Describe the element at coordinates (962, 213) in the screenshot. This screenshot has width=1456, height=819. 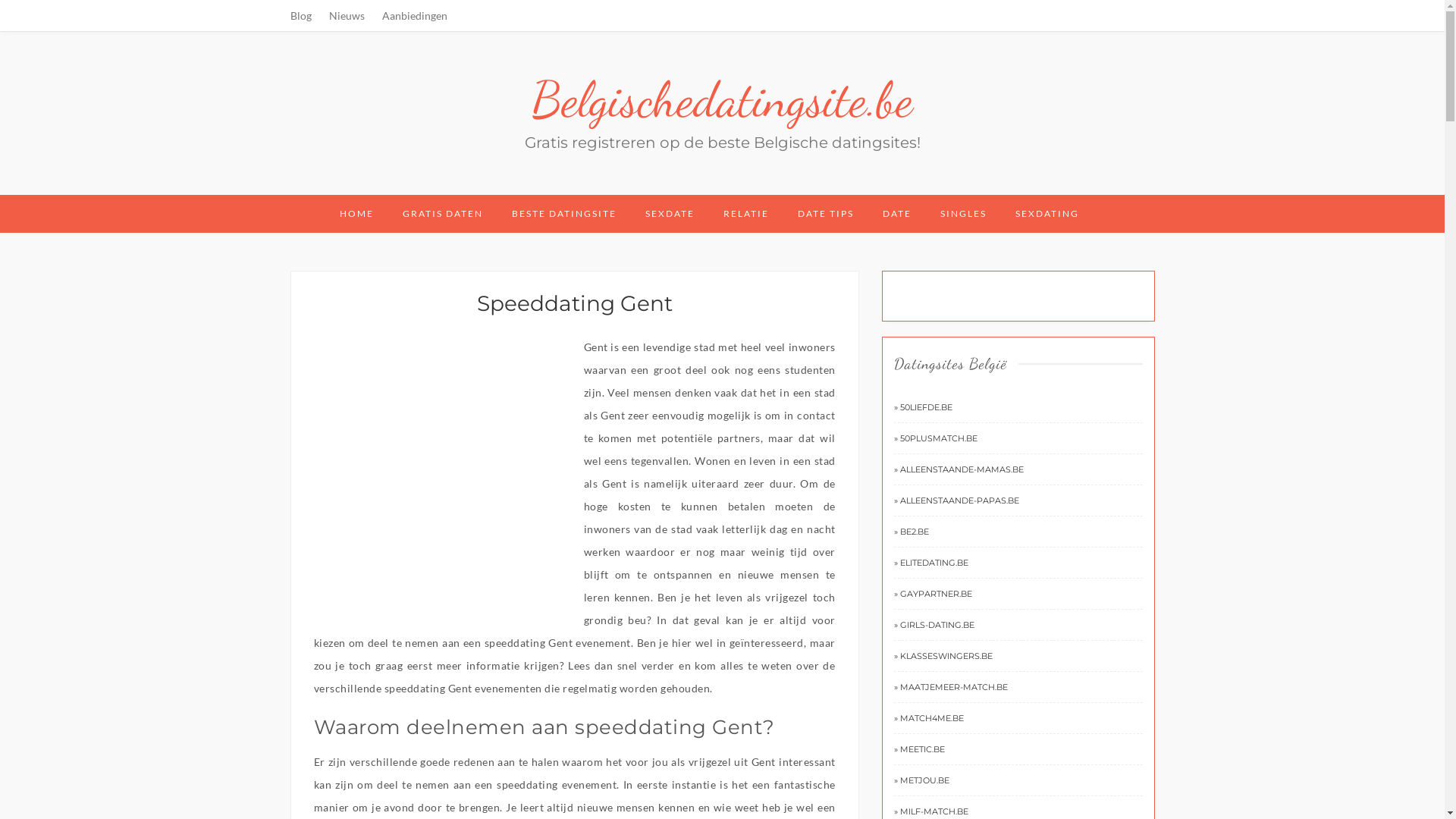
I see `'SINGLES'` at that location.